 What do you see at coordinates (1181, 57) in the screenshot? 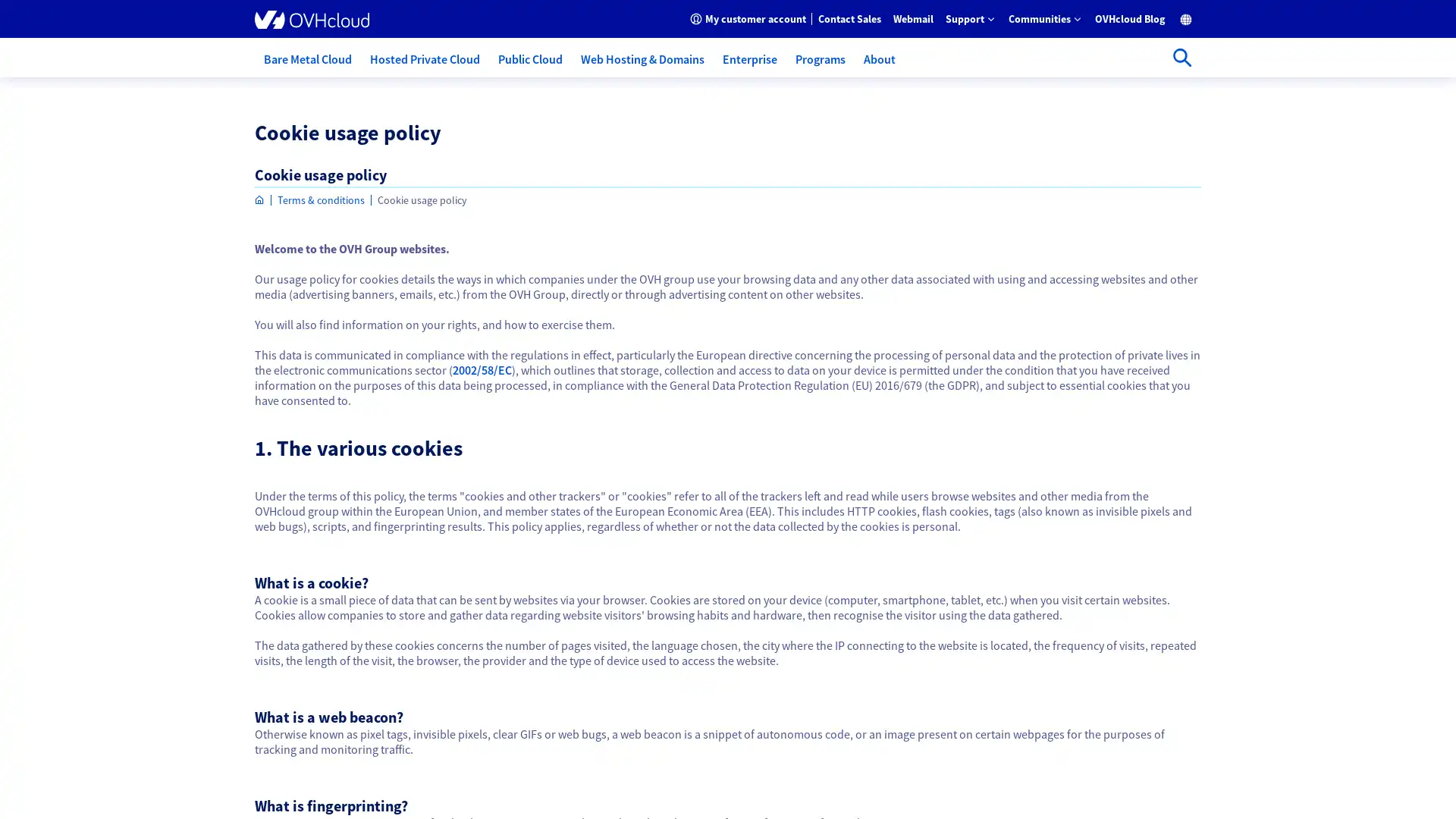
I see `Open search bar` at bounding box center [1181, 57].